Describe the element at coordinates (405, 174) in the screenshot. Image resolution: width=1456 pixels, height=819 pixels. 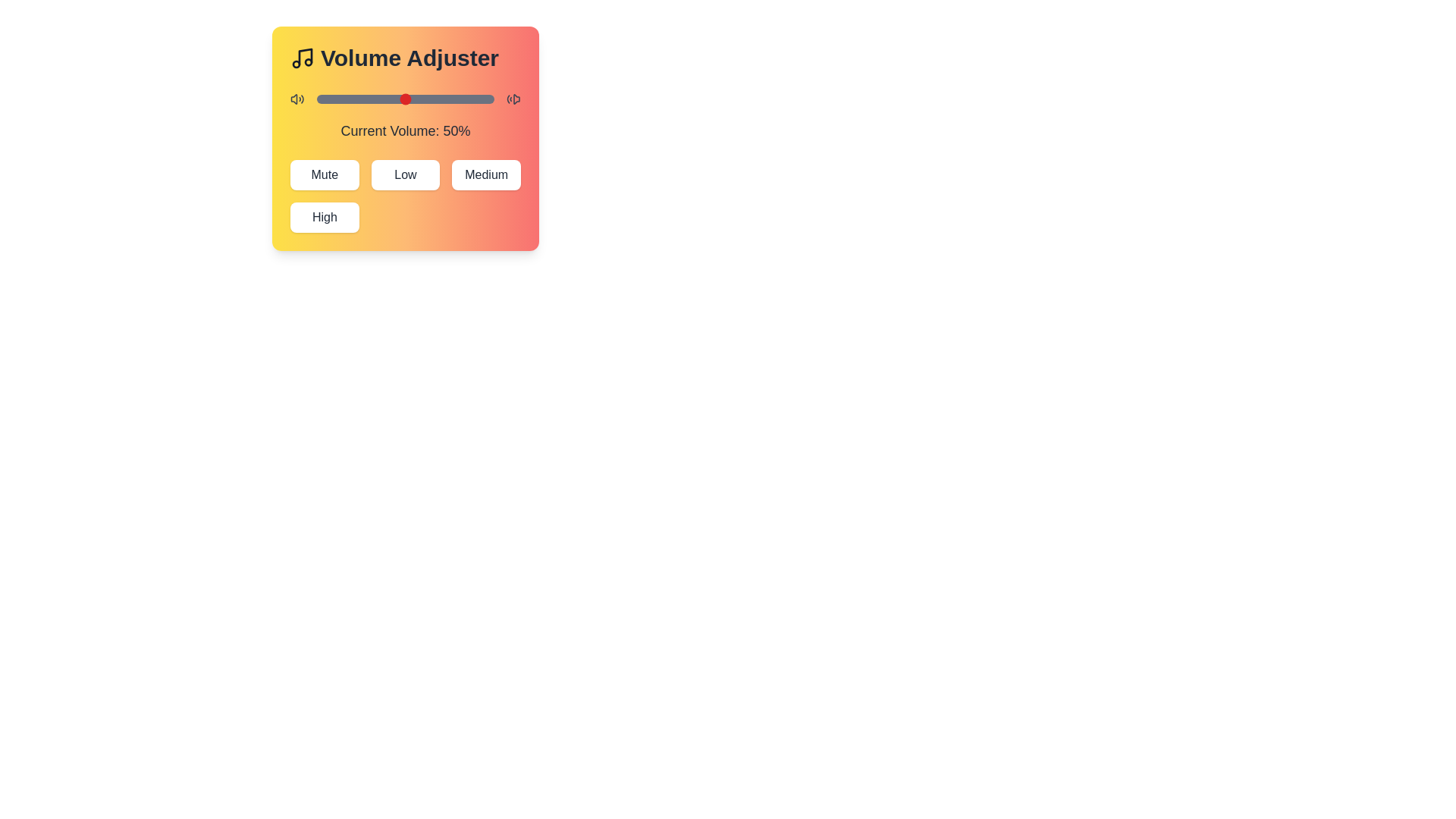
I see `the Low button to set the volume to the corresponding preset level` at that location.